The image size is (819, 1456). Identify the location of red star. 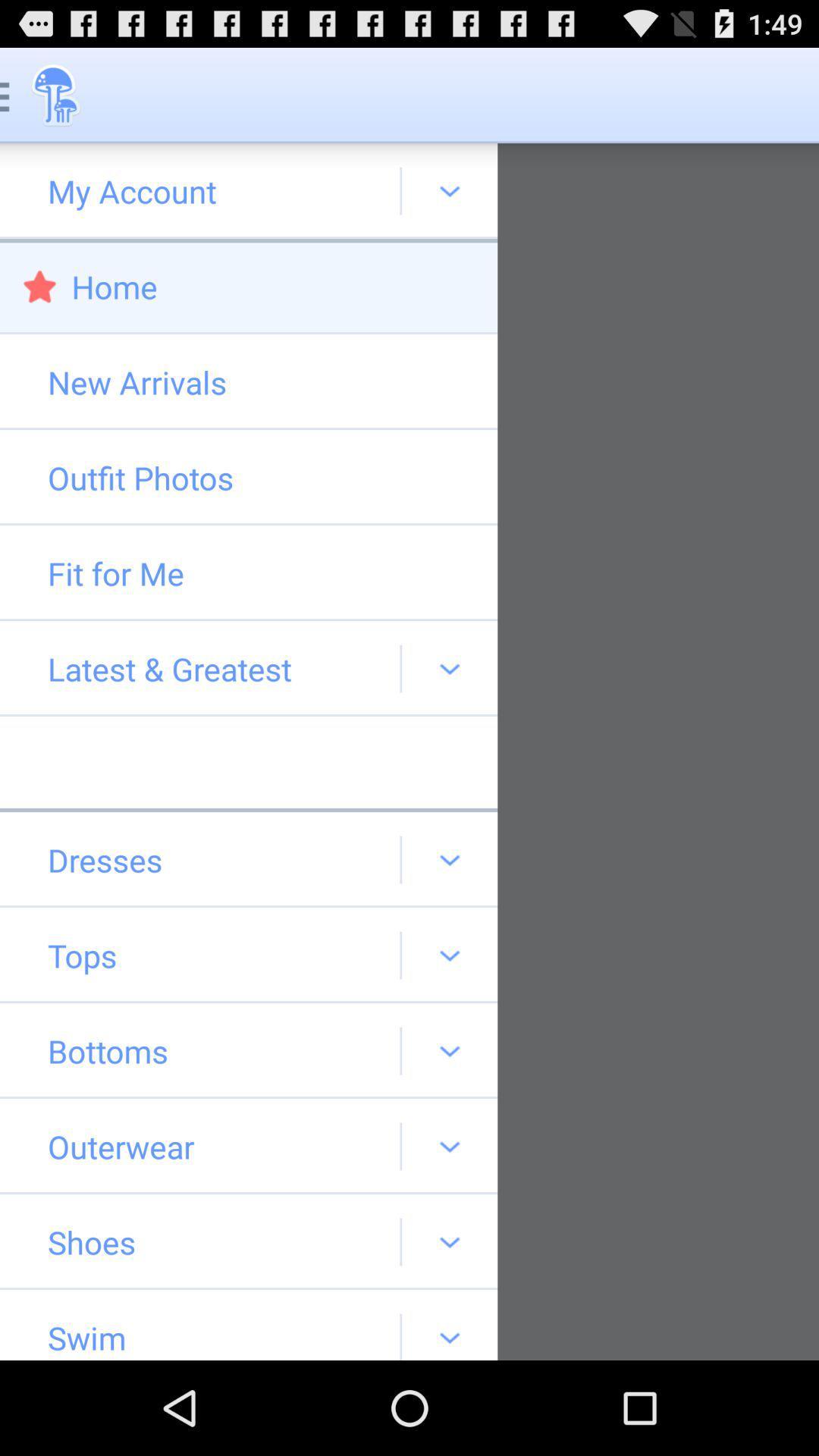
(39, 287).